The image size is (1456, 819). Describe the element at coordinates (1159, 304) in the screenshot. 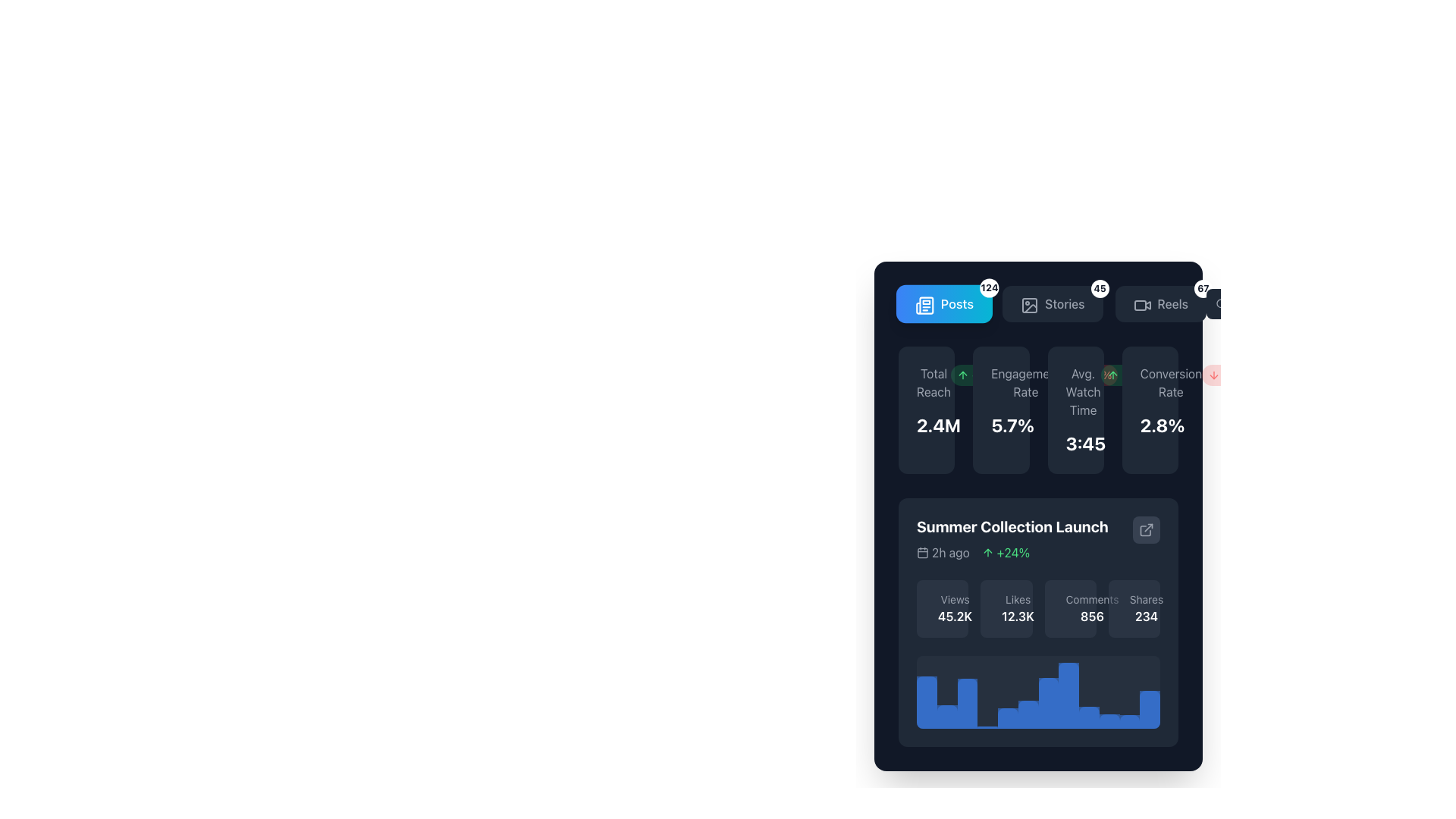

I see `the 'Reels' button with badge, which features a dark background, a video camera icon, and the badge showing '67' at the top-right corner` at that location.